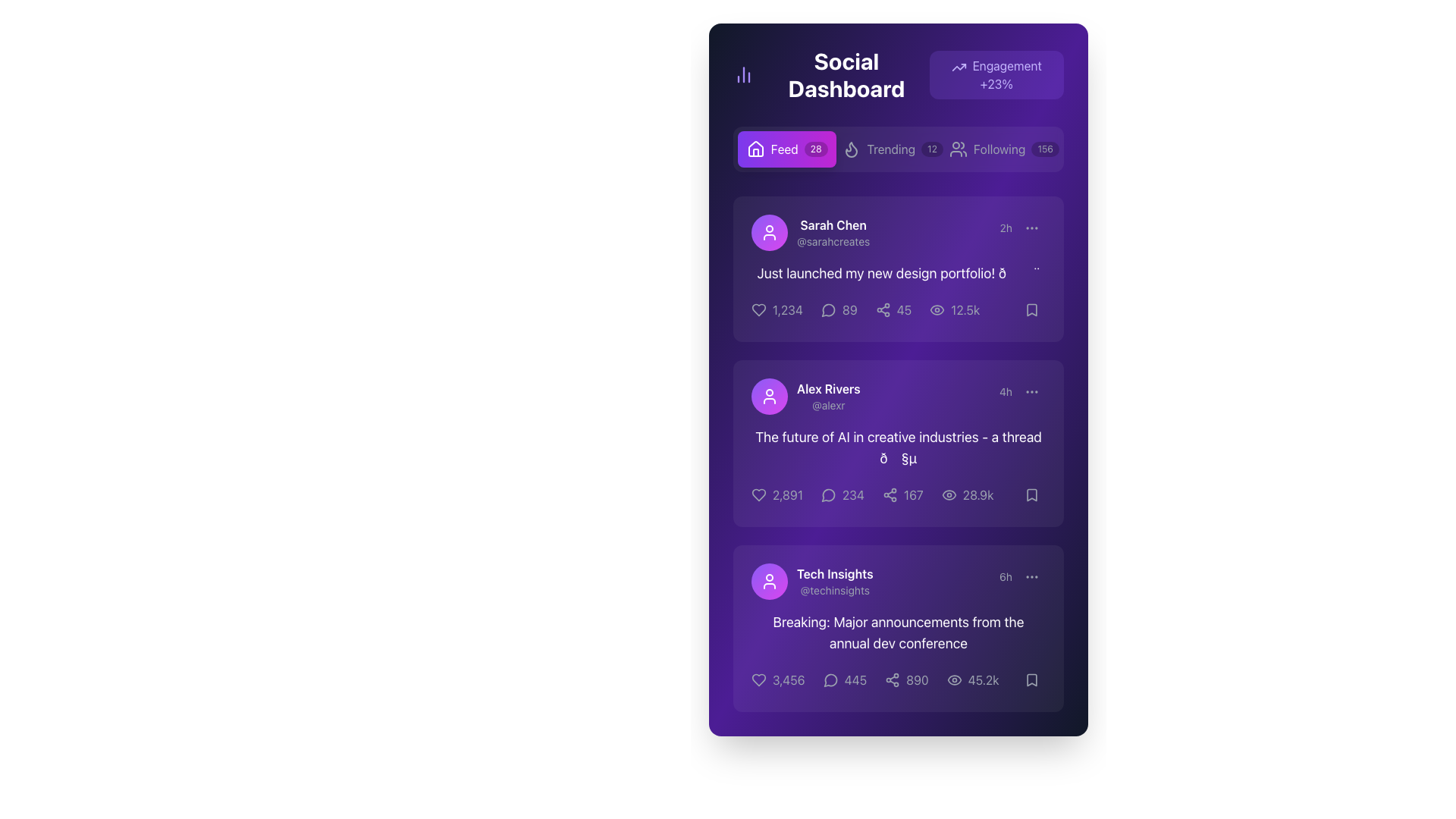 The height and width of the screenshot is (819, 1456). I want to click on the bookmark icon, so click(1031, 679).